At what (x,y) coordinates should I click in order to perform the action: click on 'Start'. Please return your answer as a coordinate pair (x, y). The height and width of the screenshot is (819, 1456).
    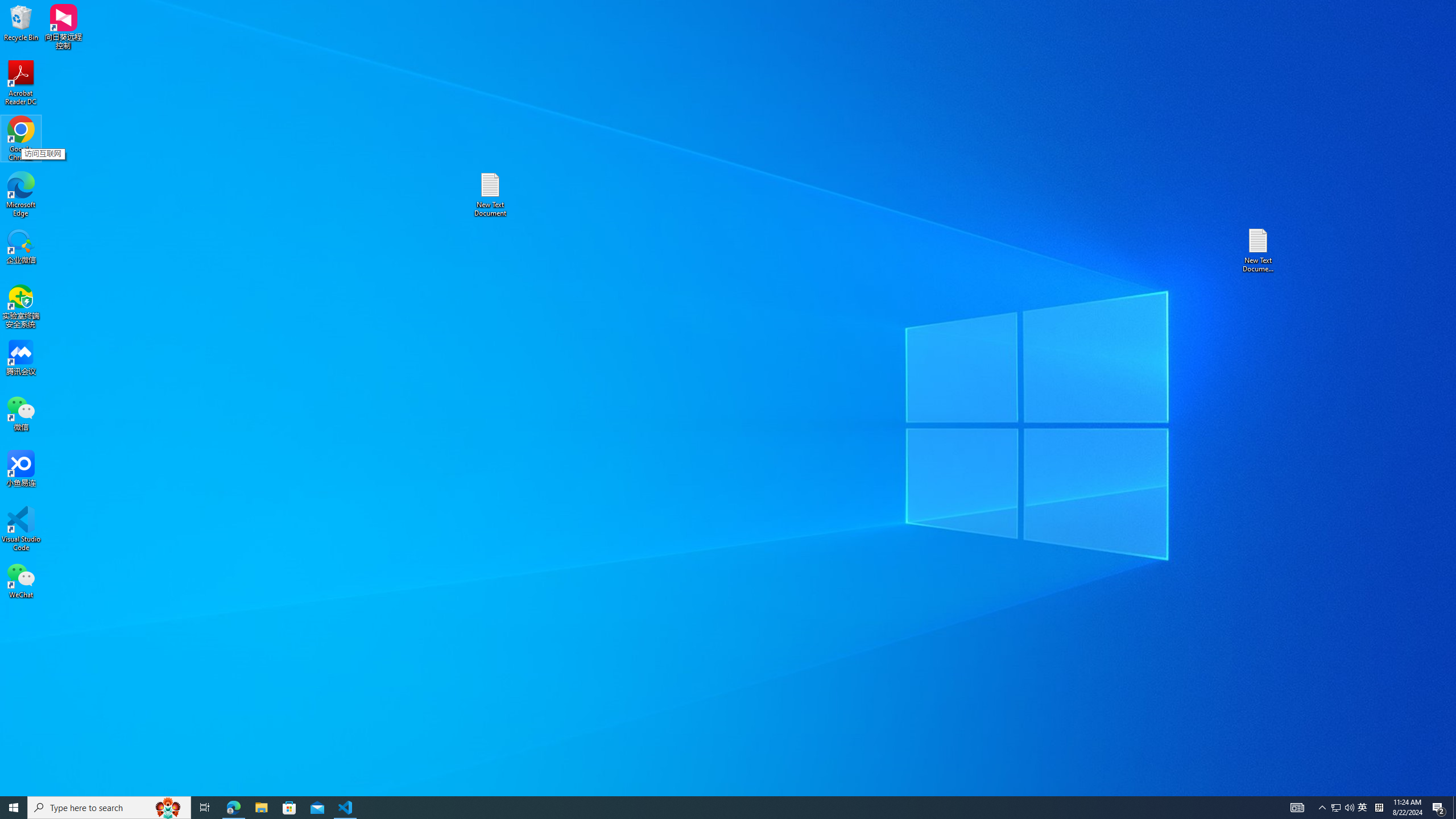
    Looking at the image, I should click on (14, 806).